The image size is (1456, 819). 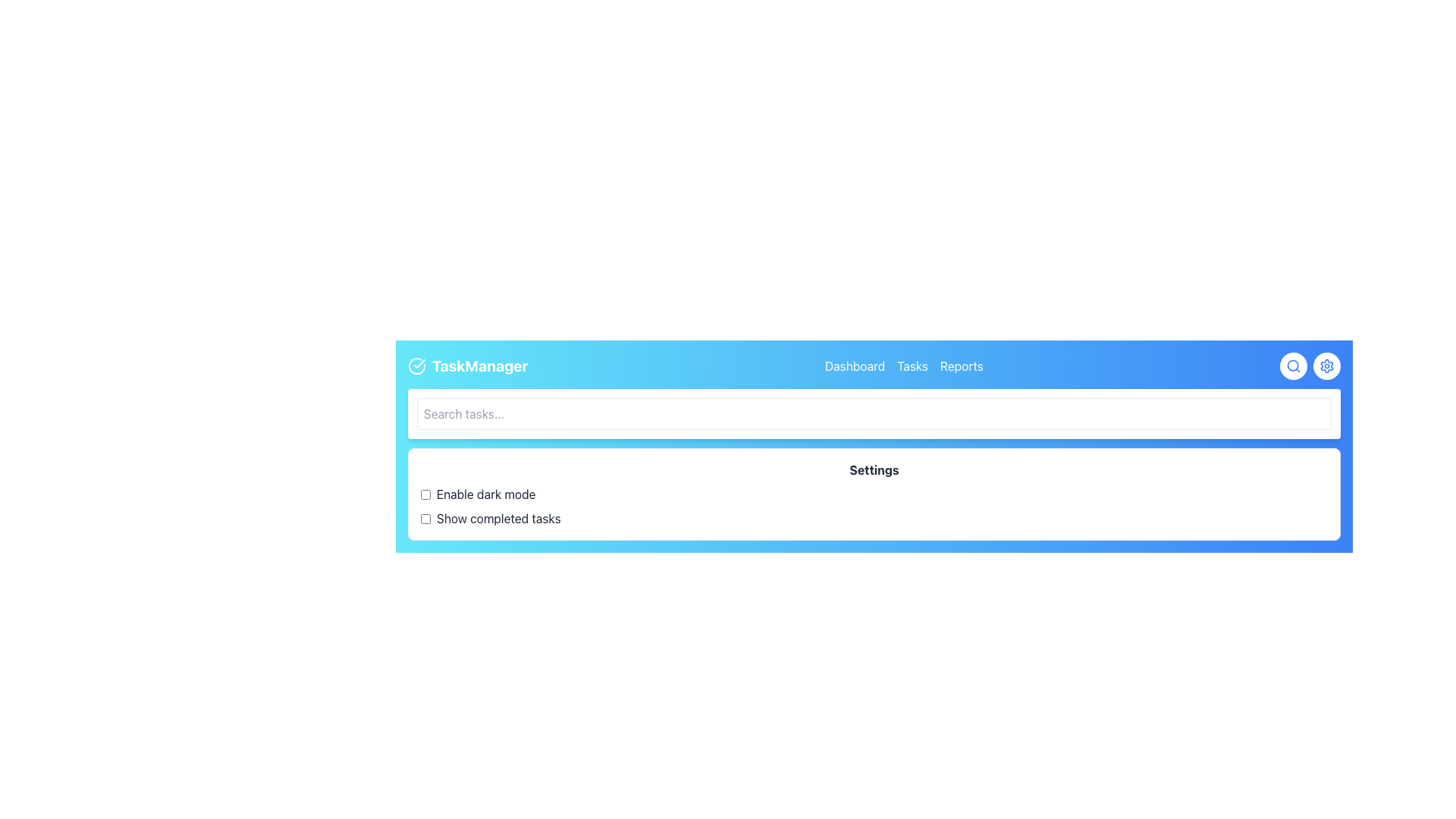 What do you see at coordinates (961, 366) in the screenshot?
I see `the 'Reports' hyperlink in the top right navigation menu` at bounding box center [961, 366].